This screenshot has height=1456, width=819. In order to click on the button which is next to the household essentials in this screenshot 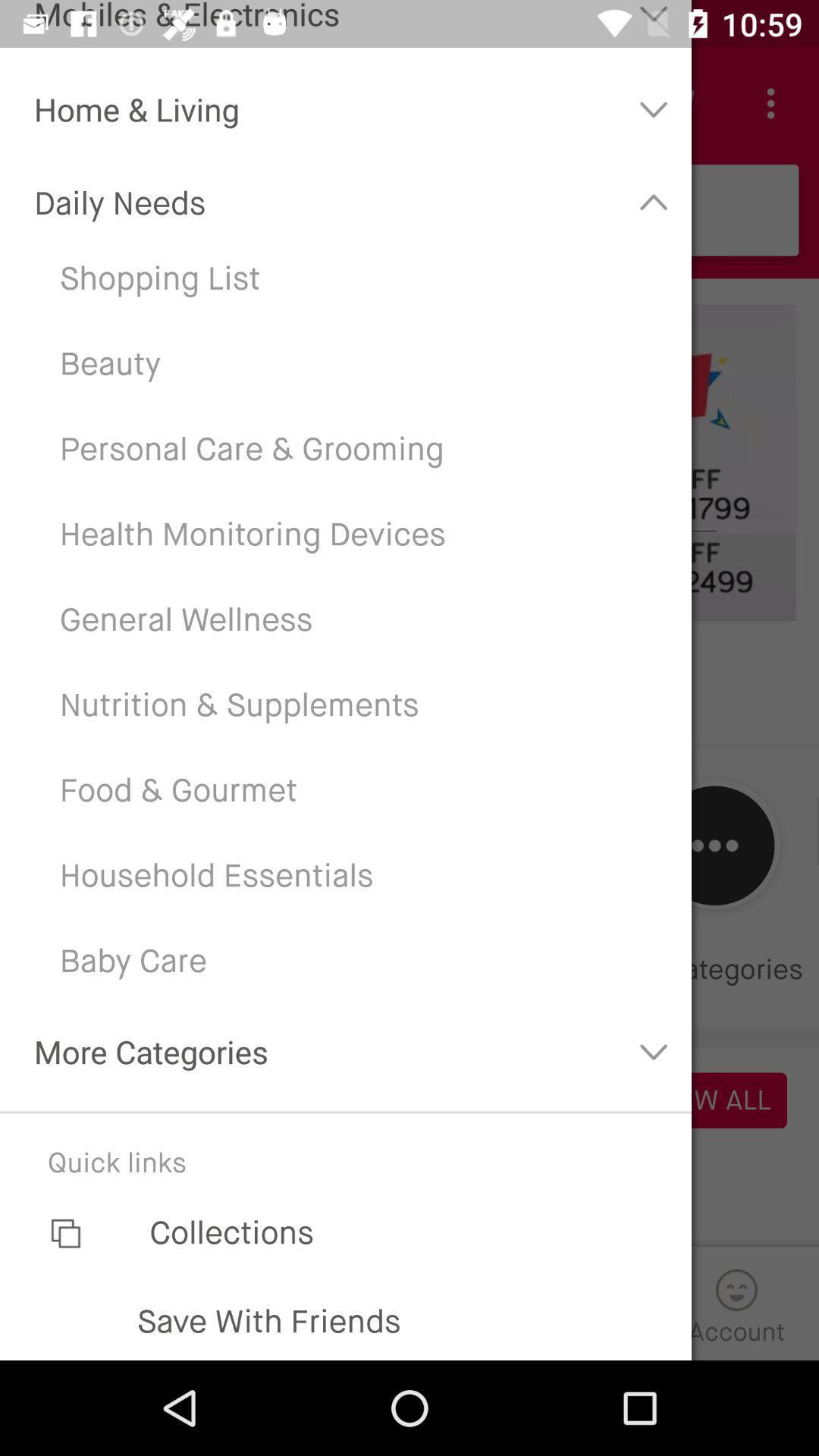, I will do `click(714, 845)`.